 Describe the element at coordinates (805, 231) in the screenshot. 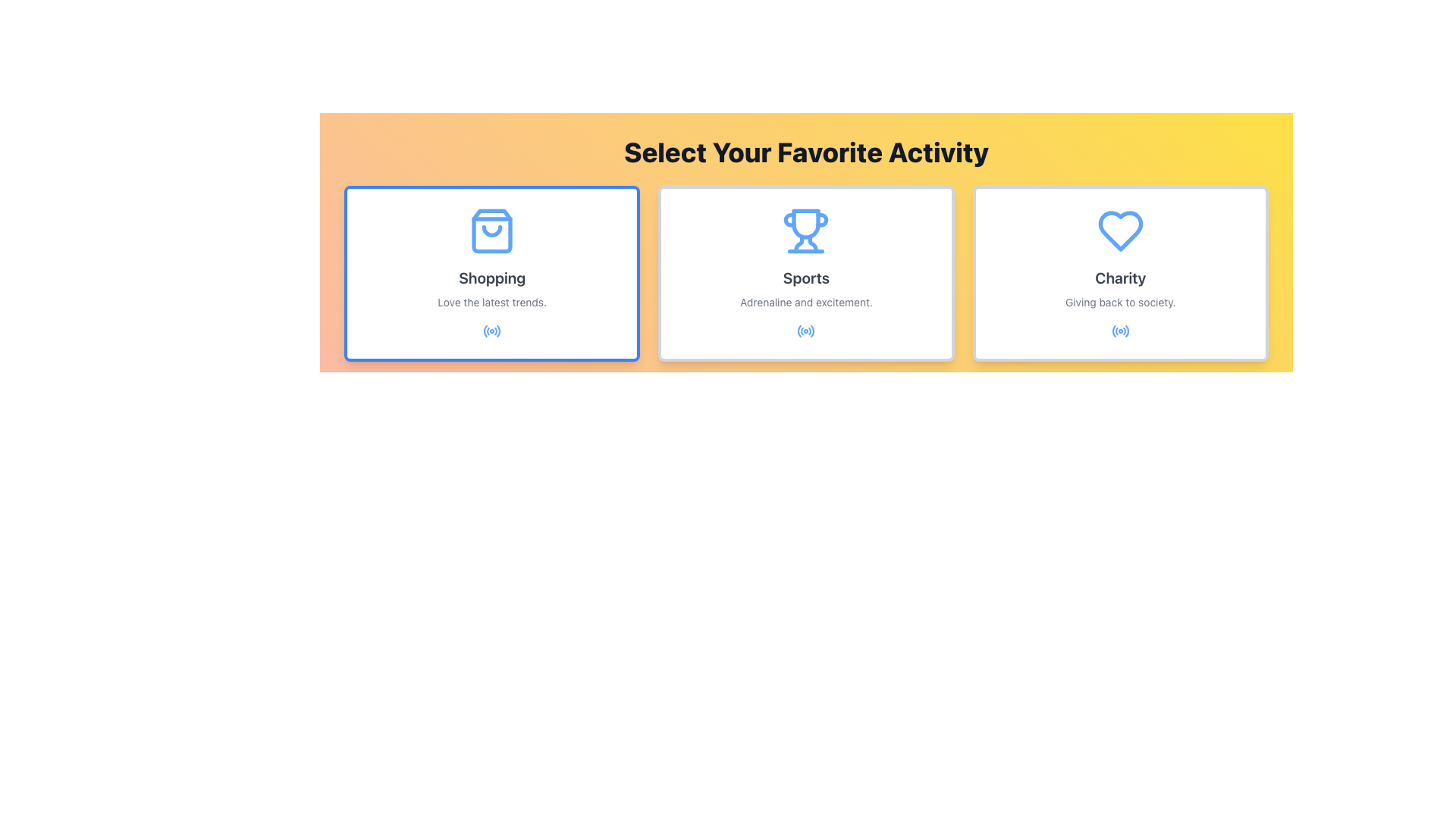

I see `the blue trophy icon located at the top section of the 'Sports' card, which is horizontally centered within the card` at that location.